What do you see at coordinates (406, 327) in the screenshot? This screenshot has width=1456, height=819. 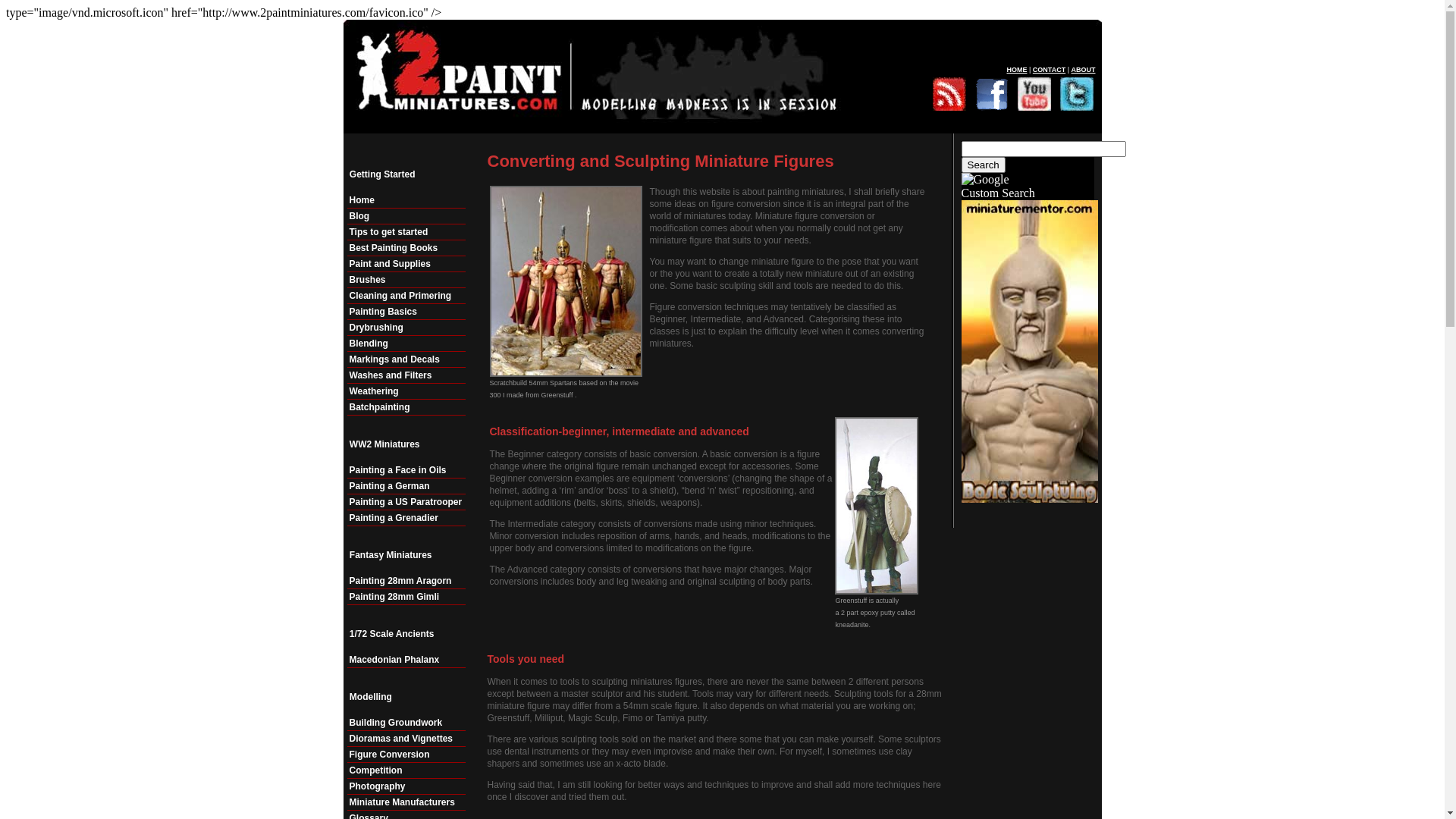 I see `'Drybrushing'` at bounding box center [406, 327].